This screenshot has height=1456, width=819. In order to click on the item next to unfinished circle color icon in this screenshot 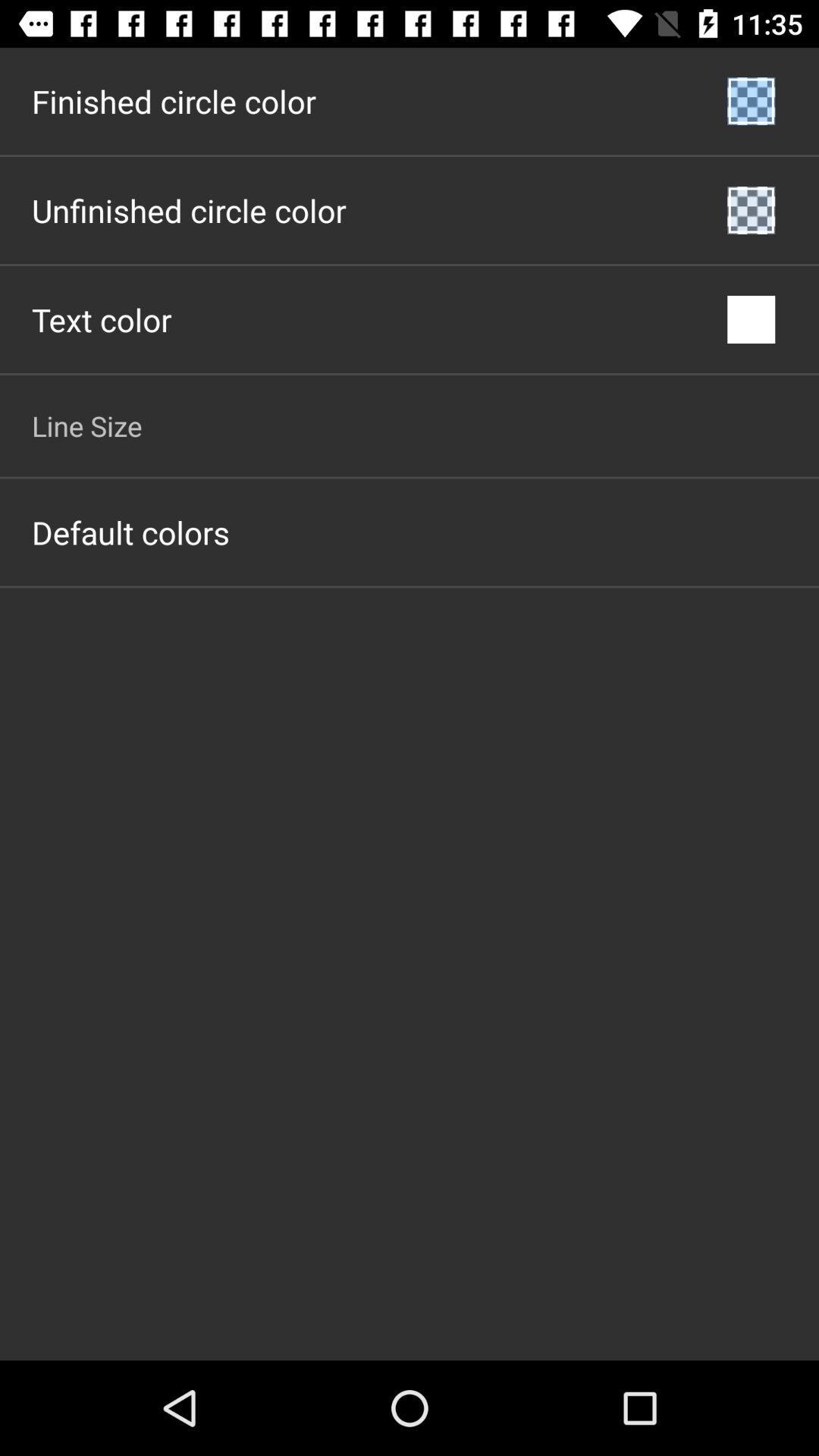, I will do `click(751, 209)`.